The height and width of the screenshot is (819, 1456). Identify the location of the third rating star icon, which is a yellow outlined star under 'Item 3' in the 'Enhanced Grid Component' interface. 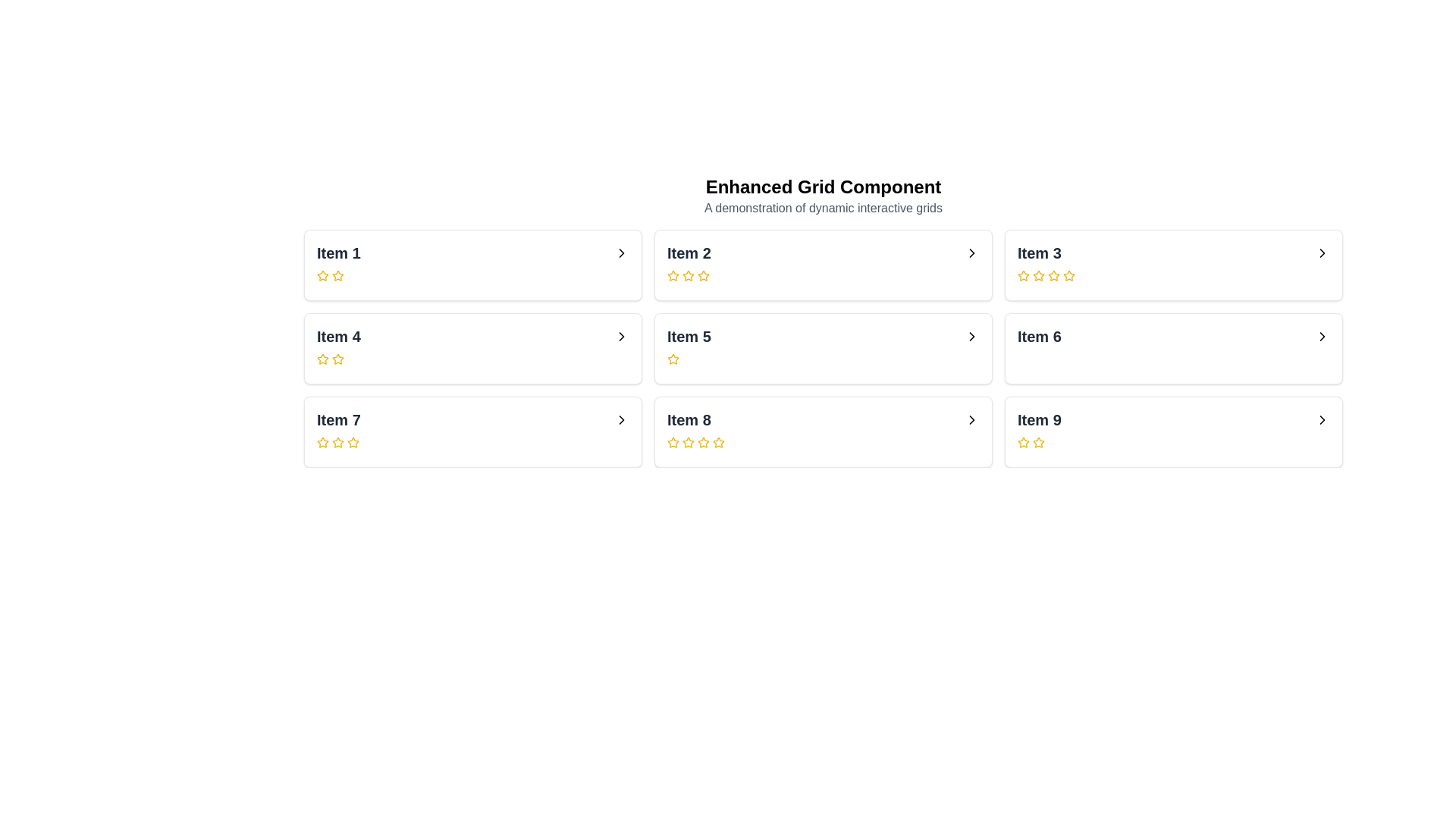
(1037, 275).